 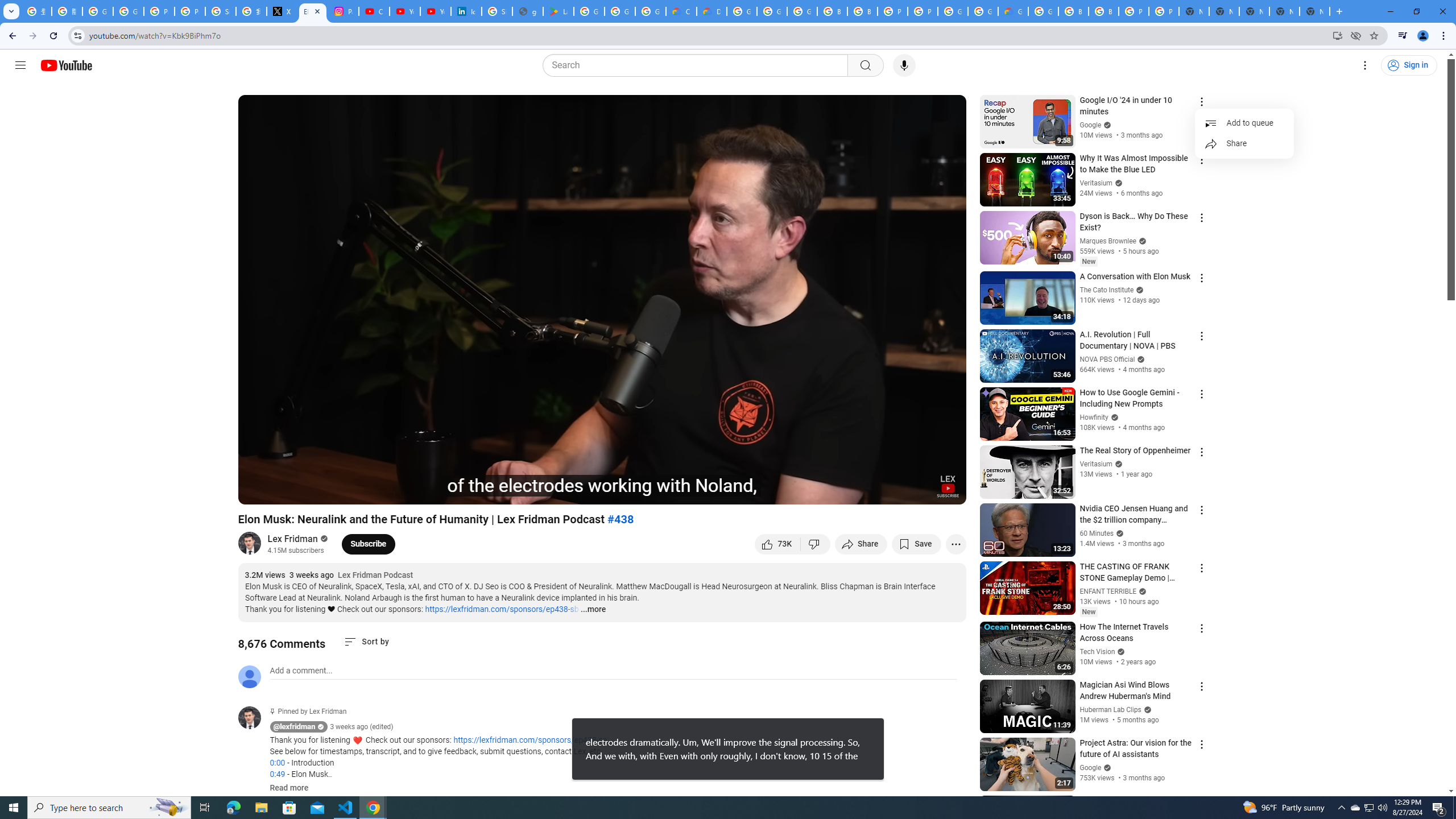 What do you see at coordinates (221, 11) in the screenshot?
I see `'Sign in - Google Accounts'` at bounding box center [221, 11].